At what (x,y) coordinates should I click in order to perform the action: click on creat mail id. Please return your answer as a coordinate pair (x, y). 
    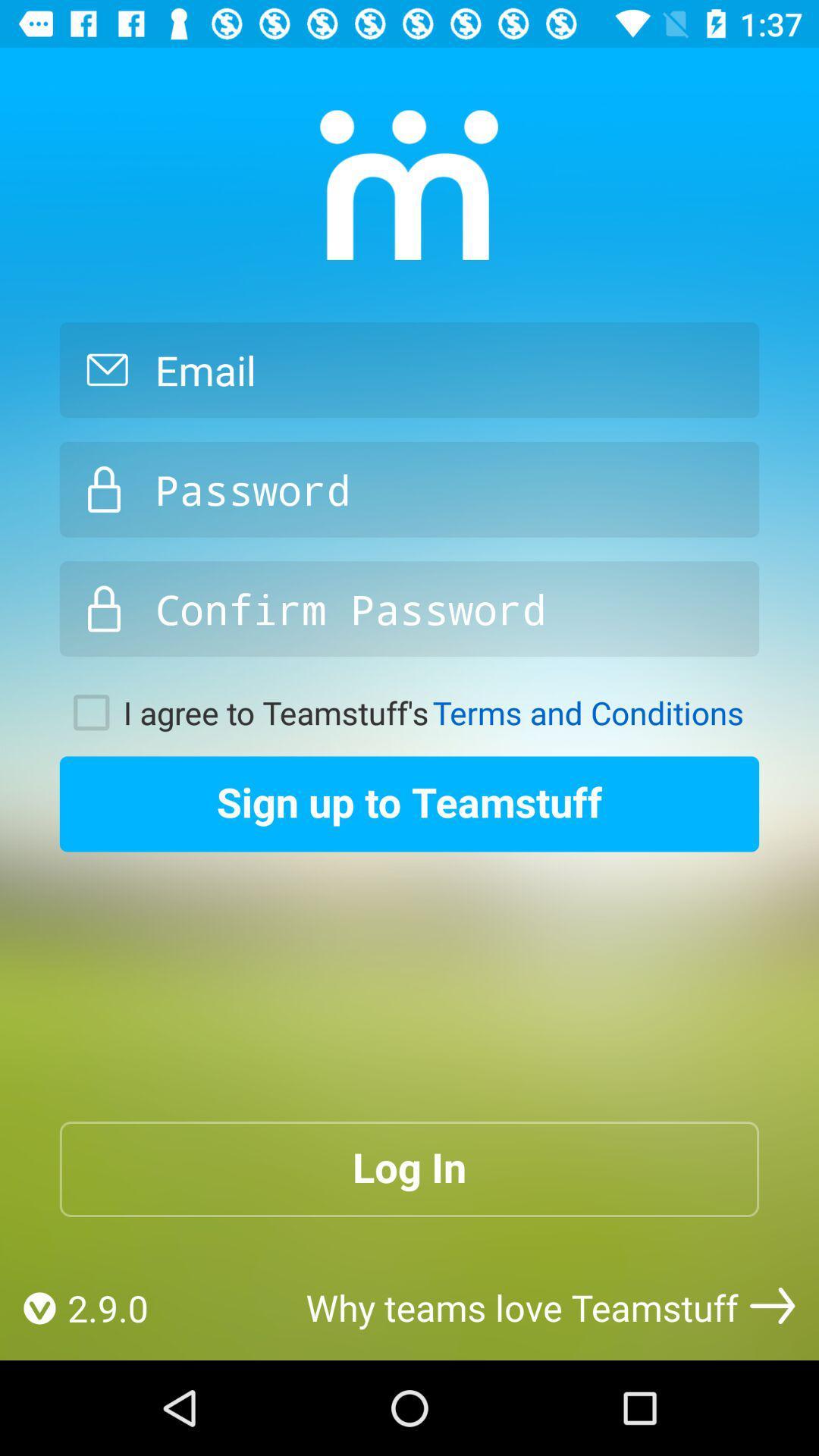
    Looking at the image, I should click on (409, 370).